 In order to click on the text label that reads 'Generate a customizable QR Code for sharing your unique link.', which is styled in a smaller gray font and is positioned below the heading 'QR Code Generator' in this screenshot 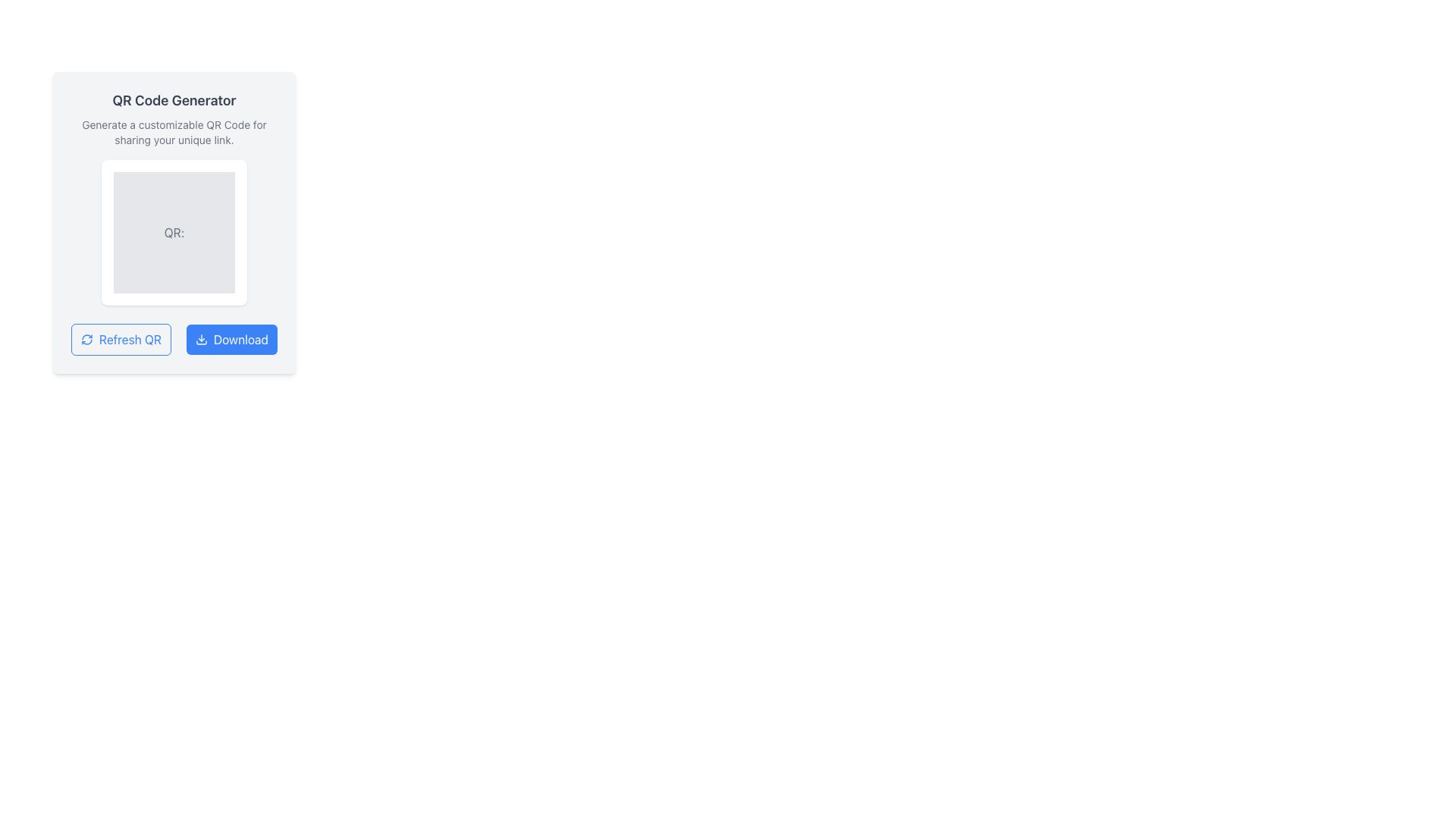, I will do `click(174, 131)`.